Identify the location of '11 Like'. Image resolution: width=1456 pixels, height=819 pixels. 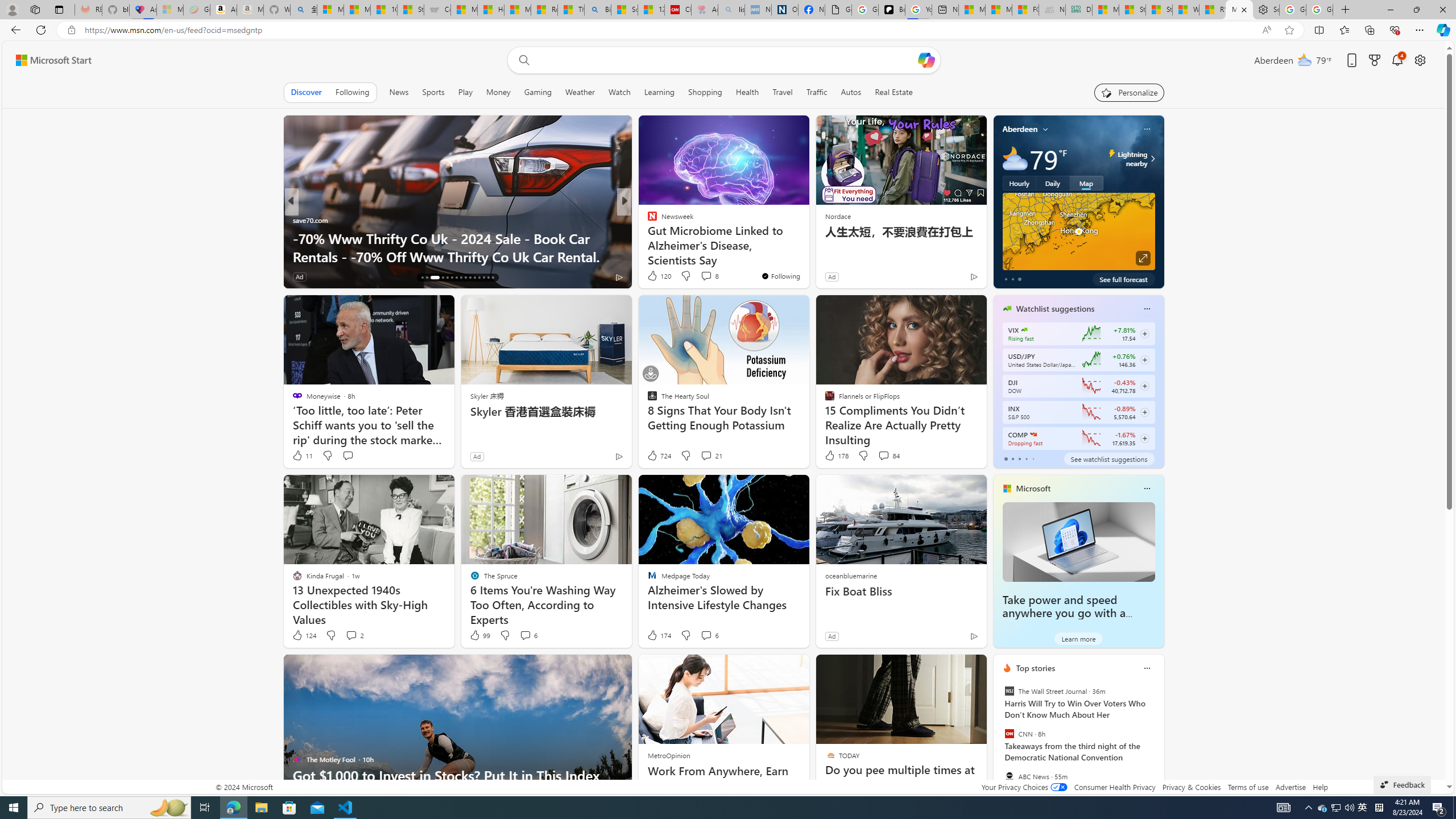
(301, 455).